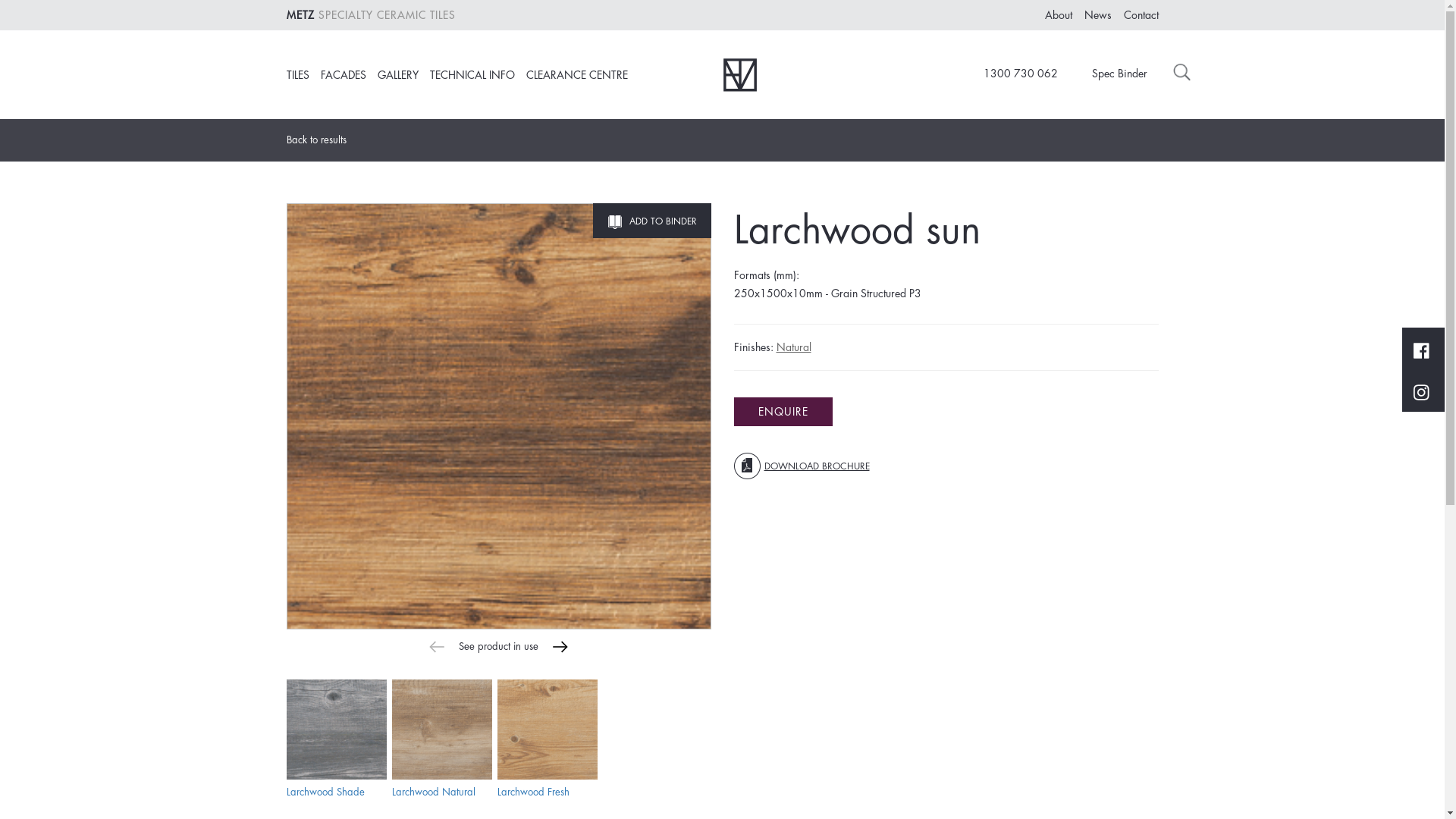  Describe the element at coordinates (1012, 73) in the screenshot. I see `'1300 730 062'` at that location.